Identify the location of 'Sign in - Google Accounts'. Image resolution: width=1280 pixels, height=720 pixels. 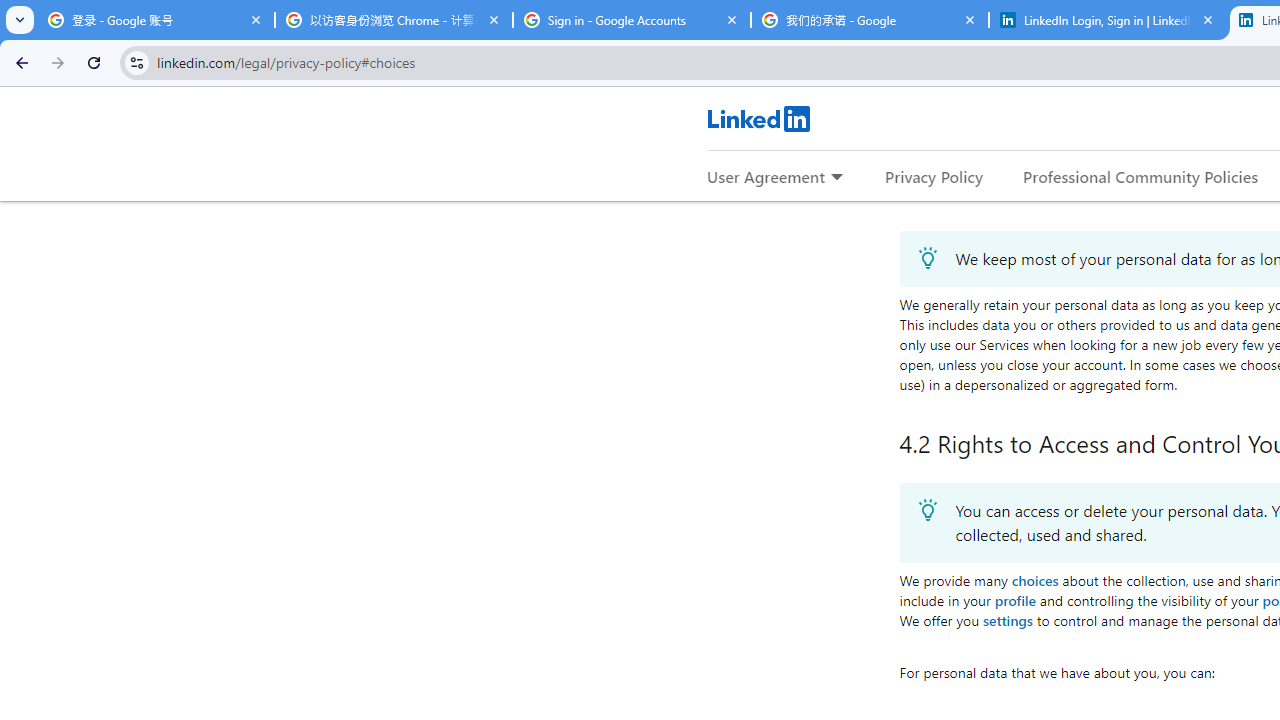
(631, 20).